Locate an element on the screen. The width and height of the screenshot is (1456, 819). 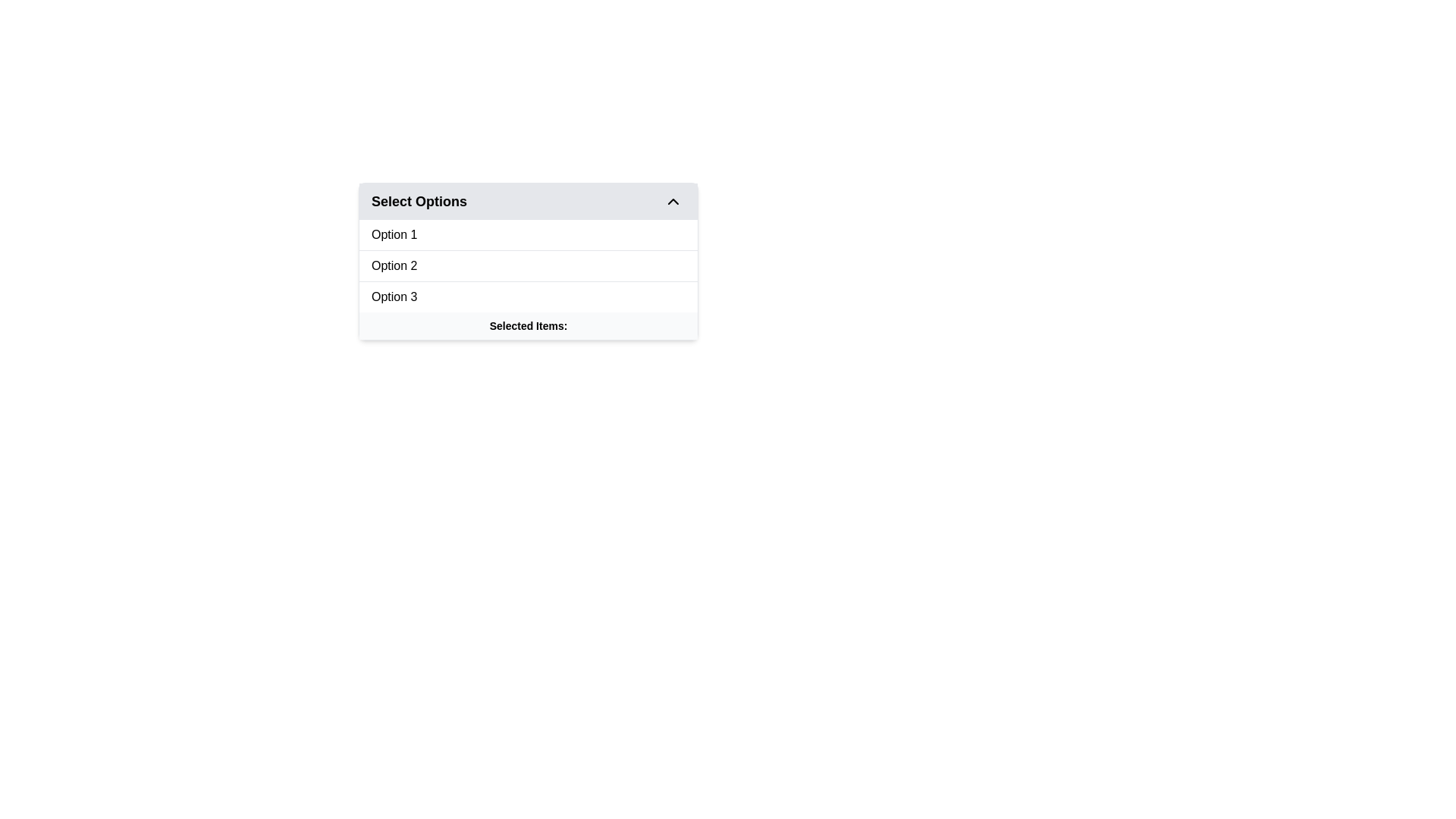
the dropdown menu item 'Option 2' is located at coordinates (394, 265).